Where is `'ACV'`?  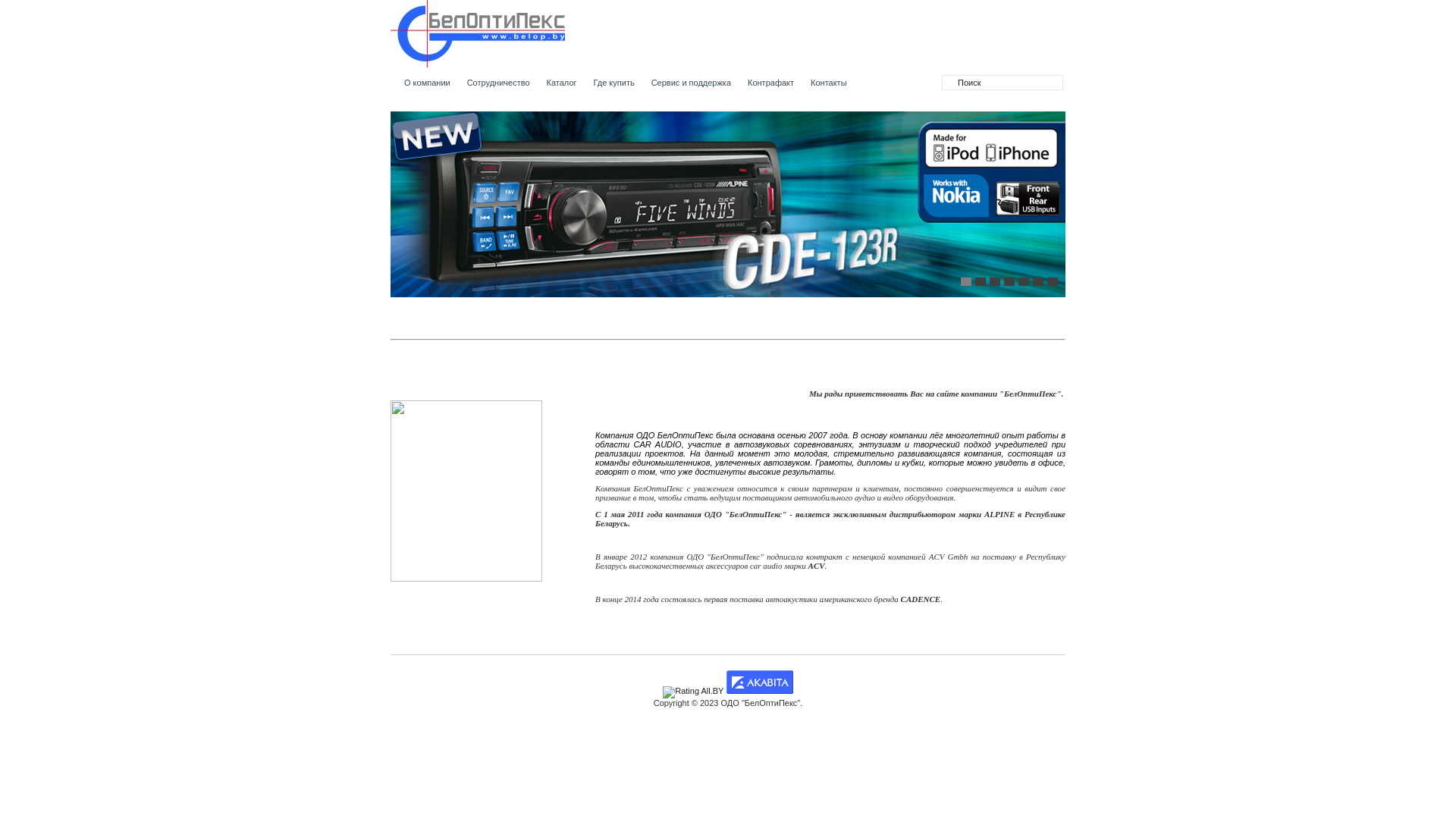
'ACV' is located at coordinates (815, 565).